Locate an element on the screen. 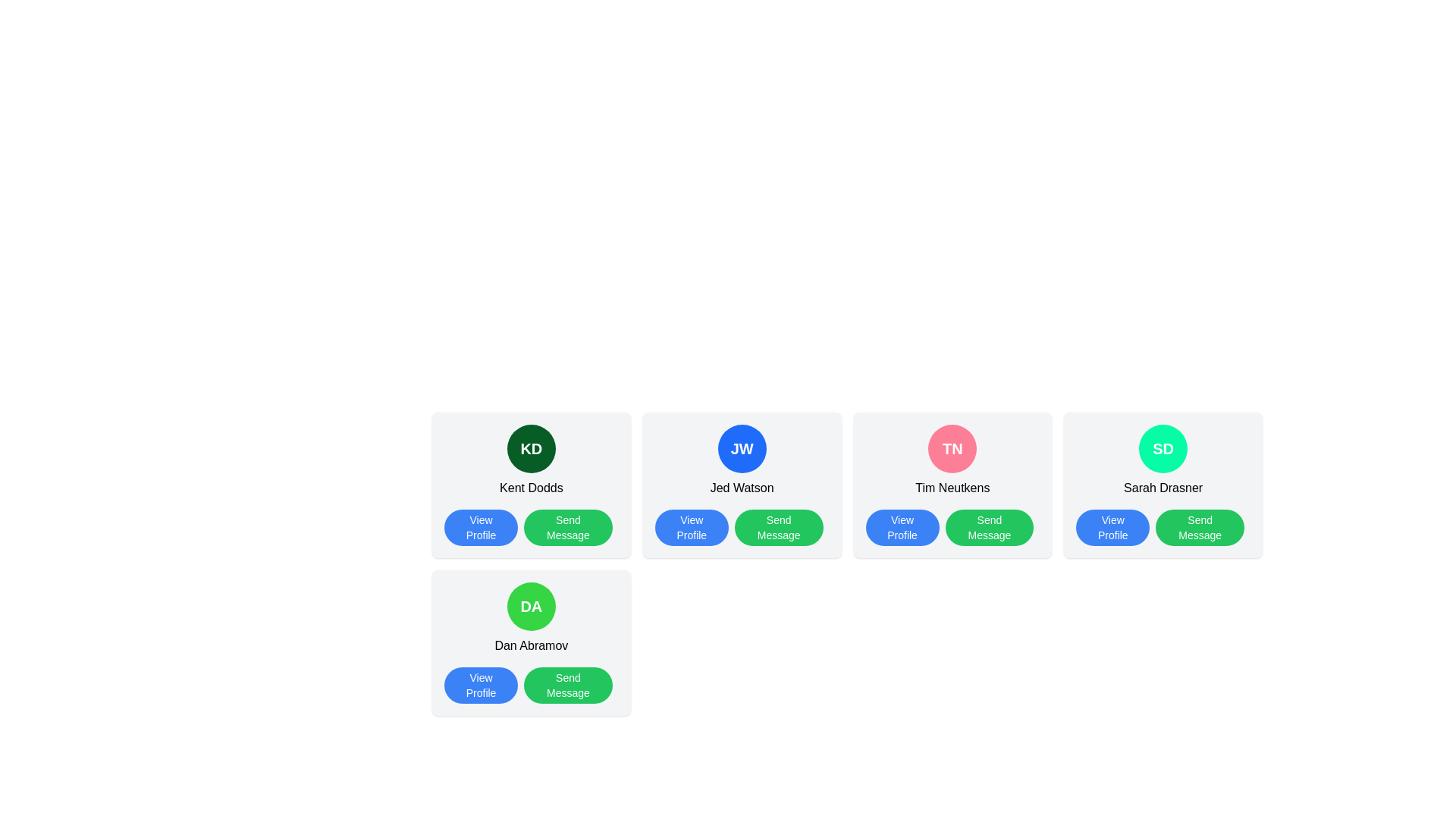  the 'View Profile' button with a blue background and white text, located below the avatar of 'Jed Watson' is located at coordinates (691, 526).